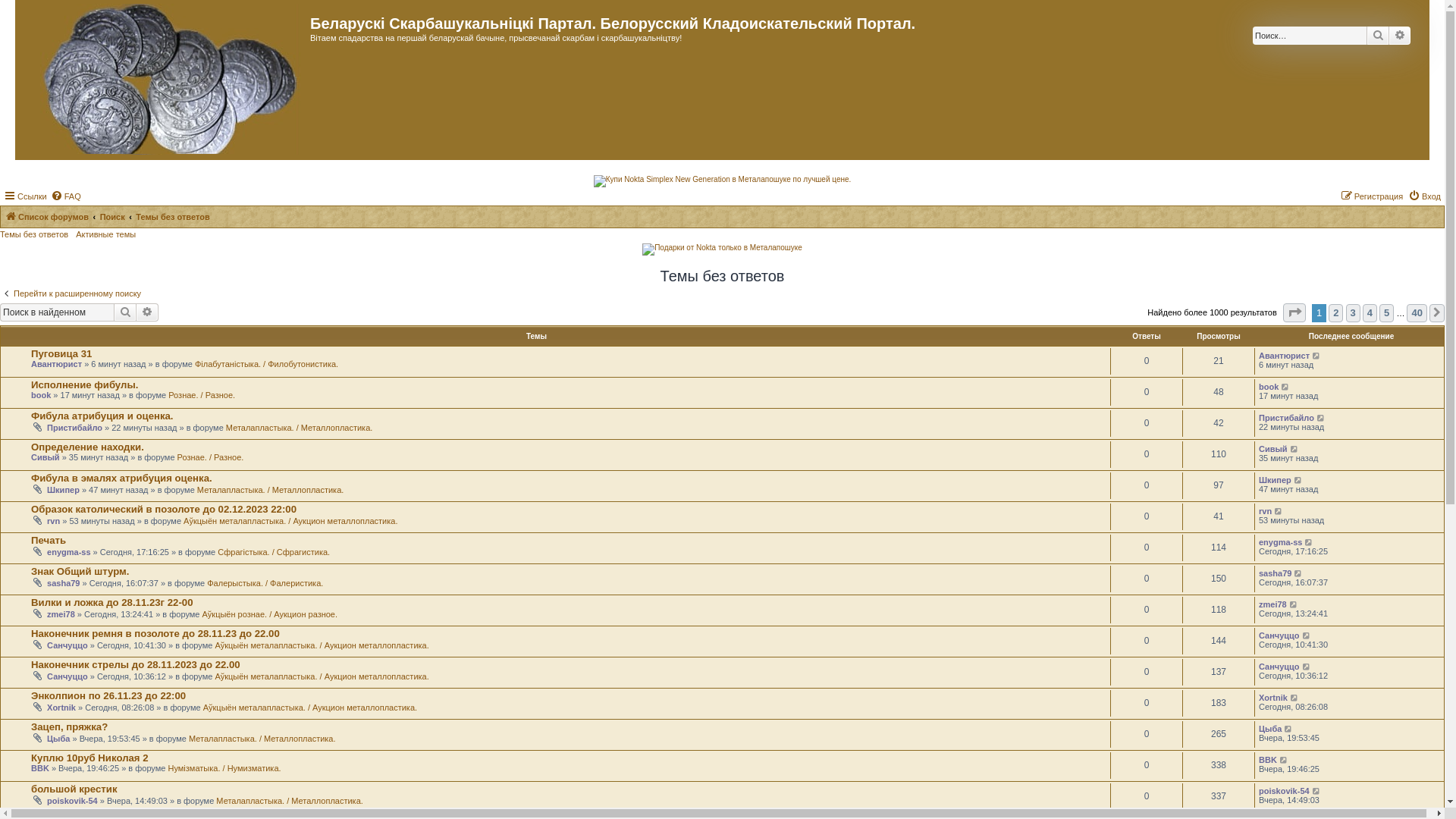 The height and width of the screenshot is (819, 1456). Describe the element at coordinates (1272, 604) in the screenshot. I see `'zmei78'` at that location.